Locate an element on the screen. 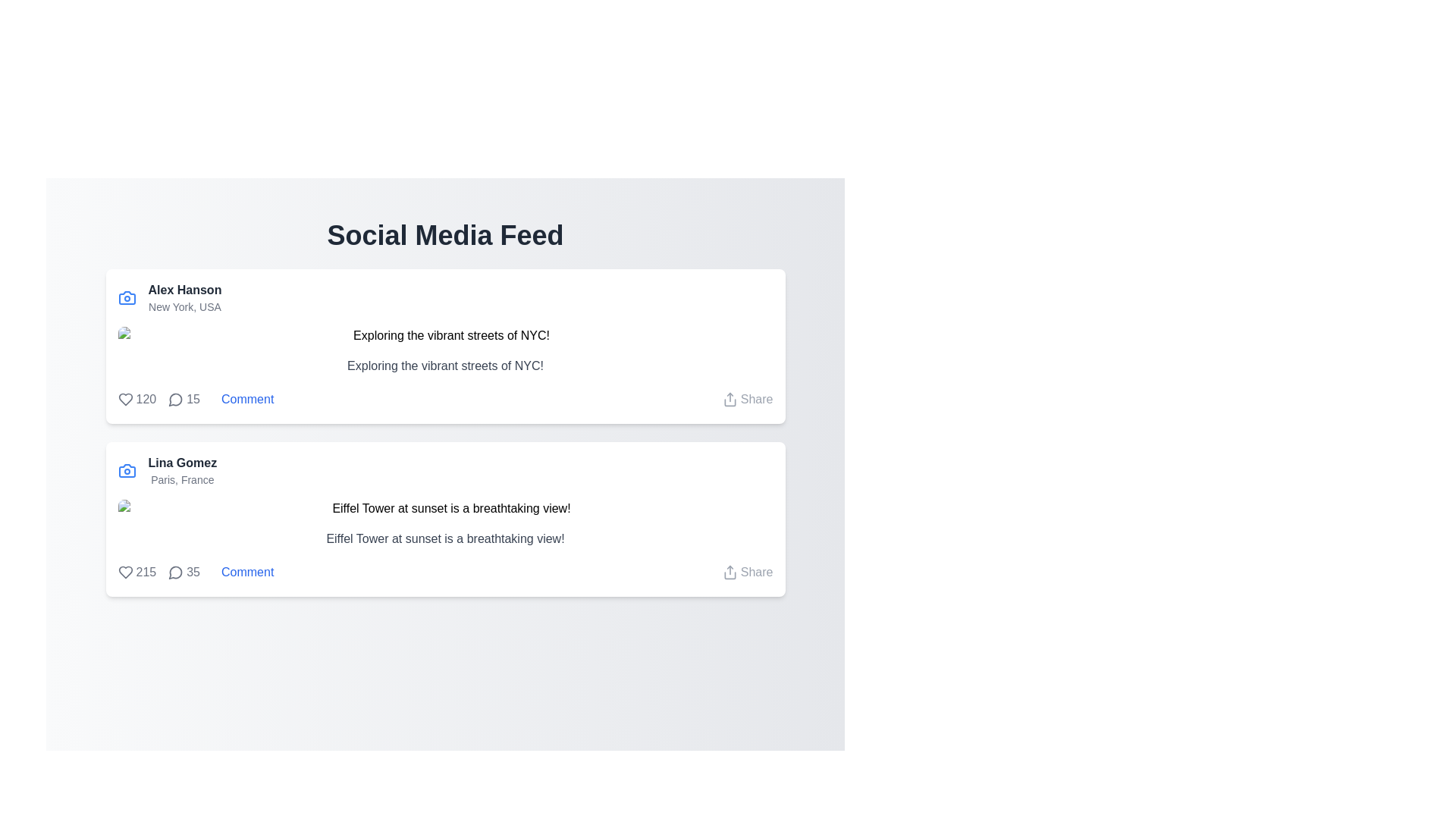 Image resolution: width=1456 pixels, height=819 pixels. the user profile picture icon located in the top user post's card, positioned to the left of the user name and location text is located at coordinates (127, 298).